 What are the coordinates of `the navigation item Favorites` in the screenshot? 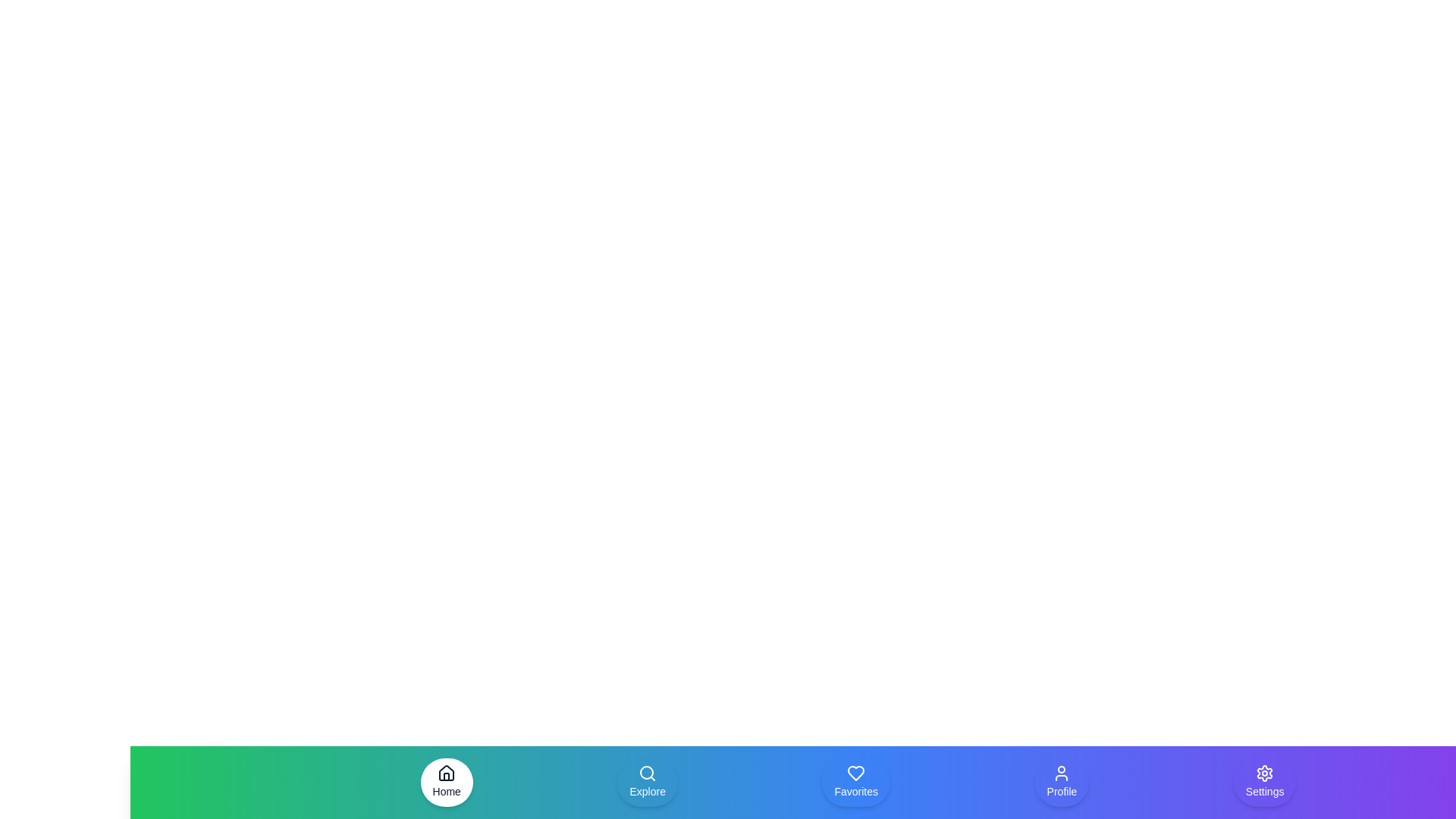 It's located at (856, 783).